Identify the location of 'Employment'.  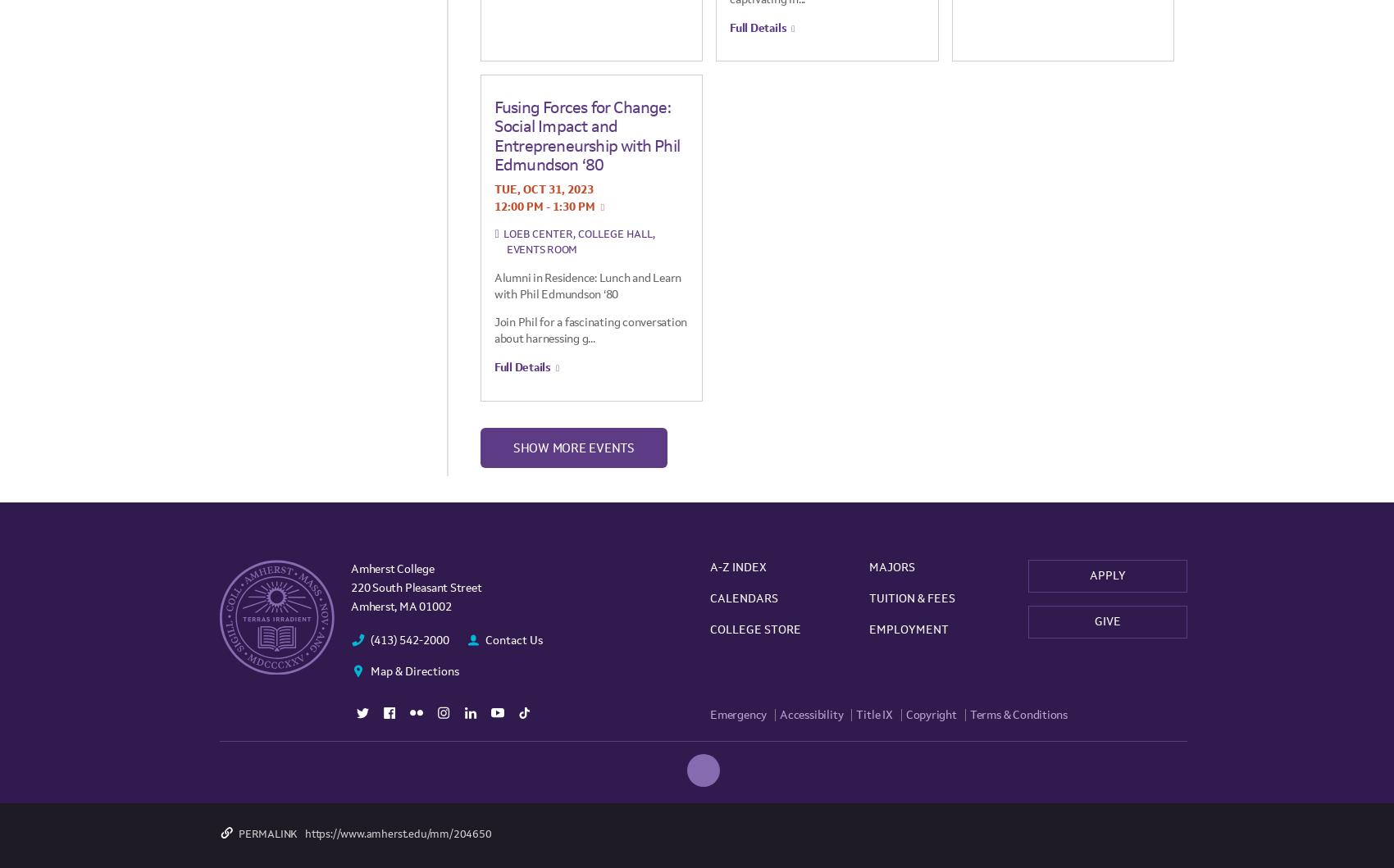
(909, 628).